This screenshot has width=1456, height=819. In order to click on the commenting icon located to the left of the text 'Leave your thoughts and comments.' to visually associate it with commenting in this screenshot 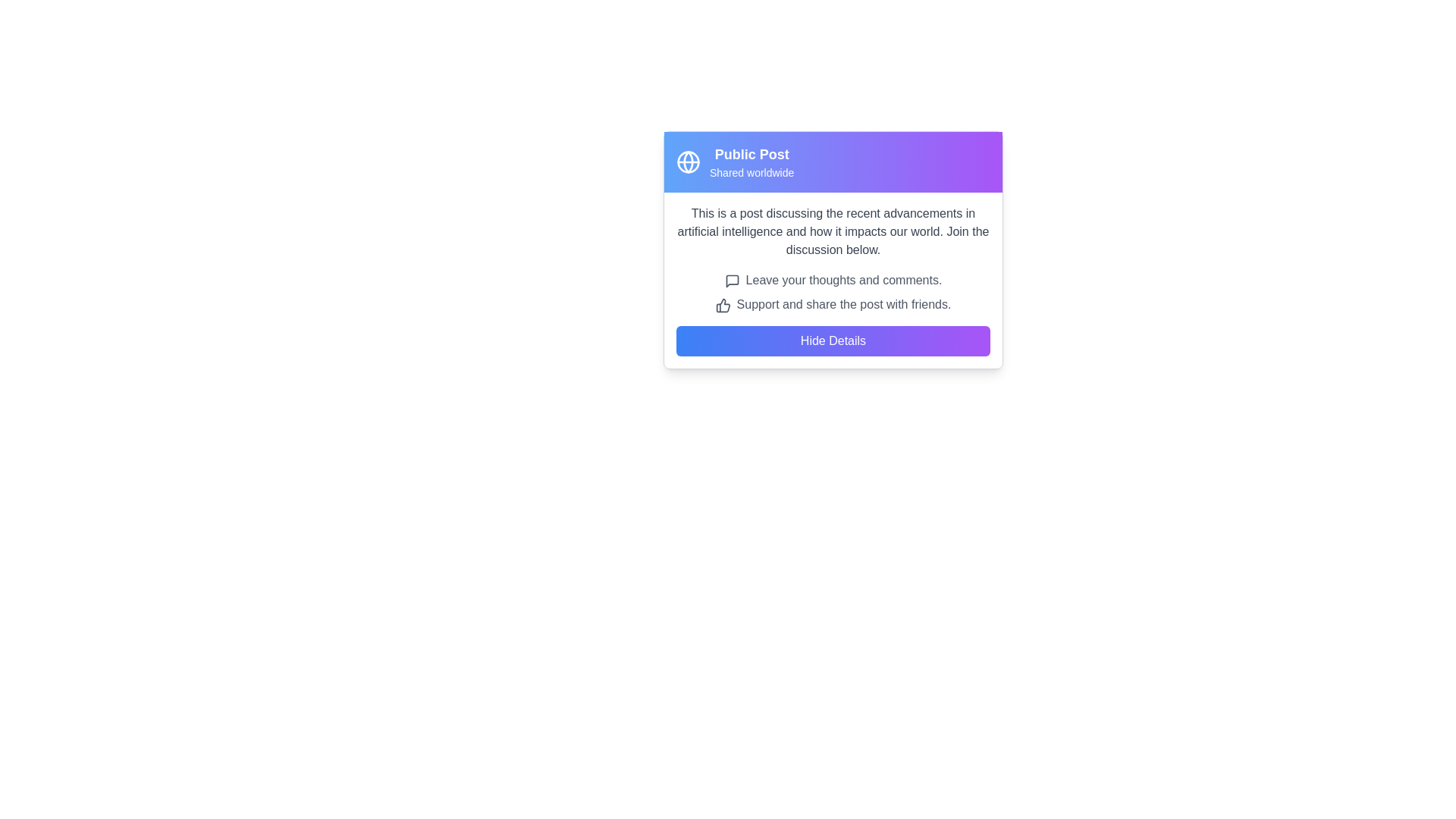, I will do `click(732, 281)`.